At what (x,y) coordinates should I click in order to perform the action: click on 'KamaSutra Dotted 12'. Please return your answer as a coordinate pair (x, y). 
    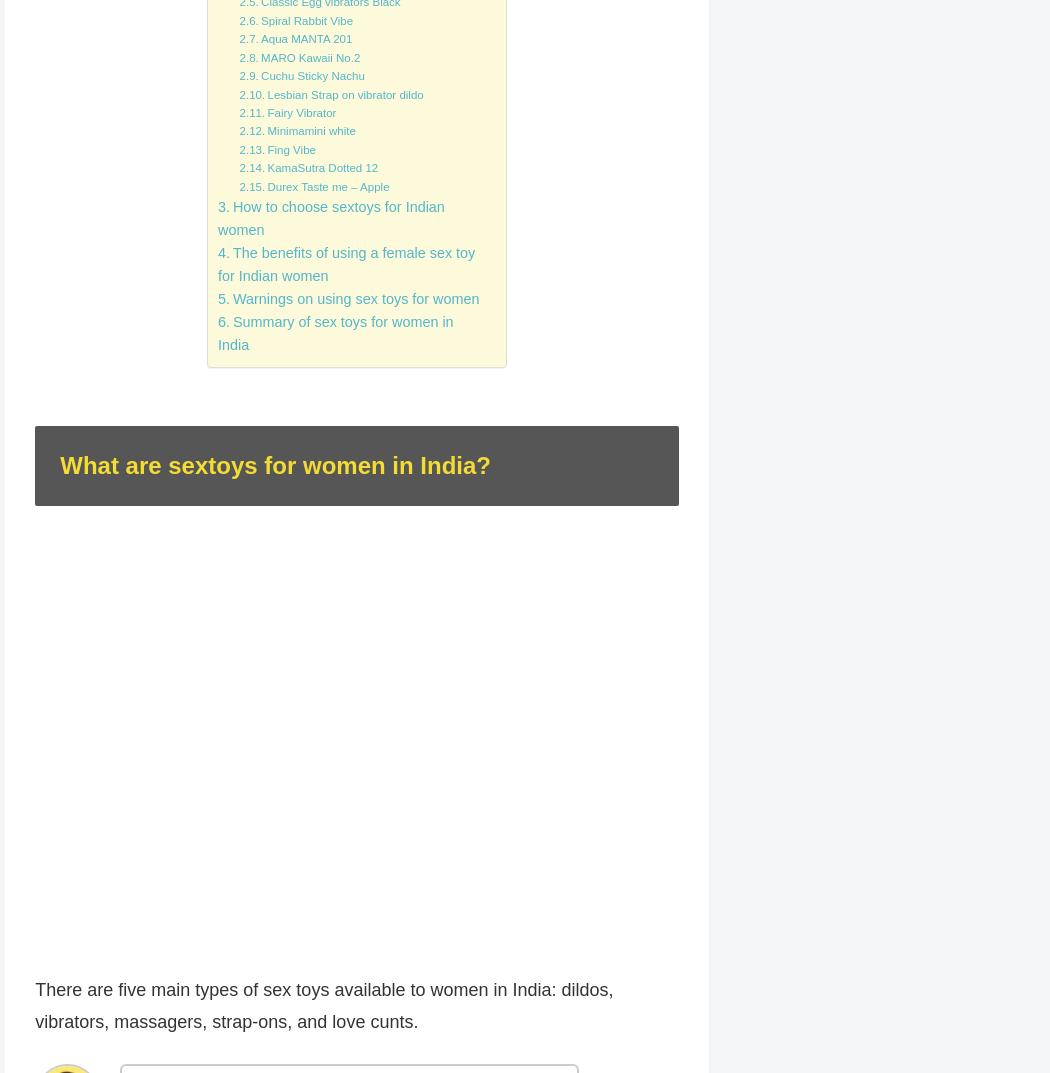
    Looking at the image, I should click on (322, 167).